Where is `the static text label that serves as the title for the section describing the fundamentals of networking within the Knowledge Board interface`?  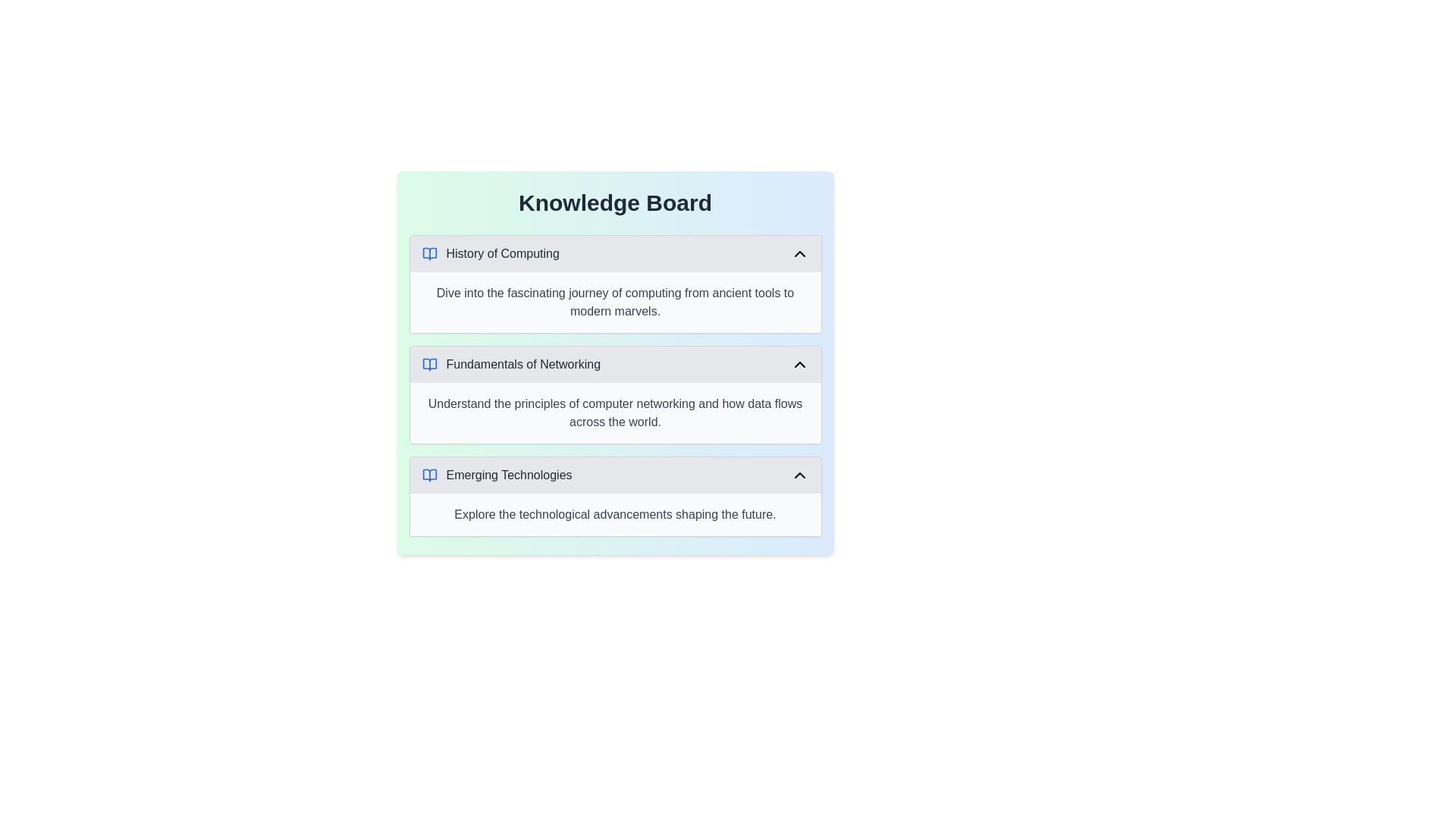 the static text label that serves as the title for the section describing the fundamentals of networking within the Knowledge Board interface is located at coordinates (523, 365).